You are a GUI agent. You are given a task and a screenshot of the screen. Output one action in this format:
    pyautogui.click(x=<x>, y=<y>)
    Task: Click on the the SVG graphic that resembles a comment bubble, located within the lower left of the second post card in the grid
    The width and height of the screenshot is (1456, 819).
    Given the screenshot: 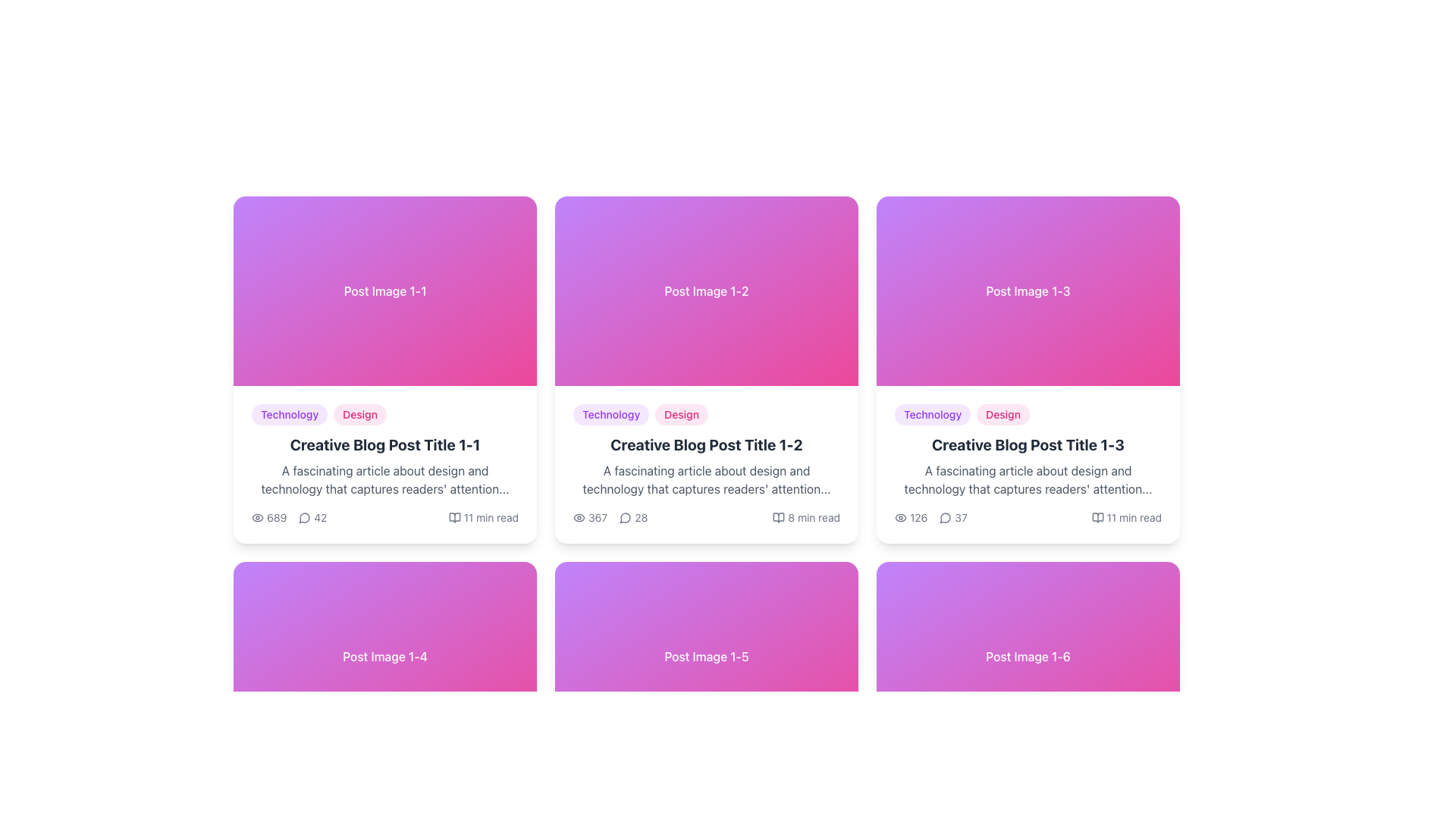 What is the action you would take?
    pyautogui.click(x=625, y=517)
    